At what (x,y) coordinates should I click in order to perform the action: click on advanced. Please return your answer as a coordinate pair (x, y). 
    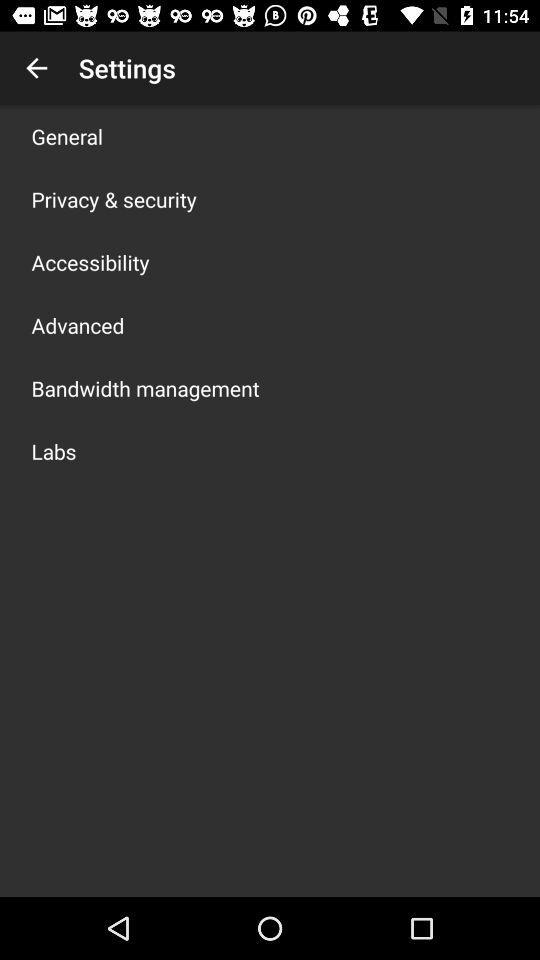
    Looking at the image, I should click on (76, 325).